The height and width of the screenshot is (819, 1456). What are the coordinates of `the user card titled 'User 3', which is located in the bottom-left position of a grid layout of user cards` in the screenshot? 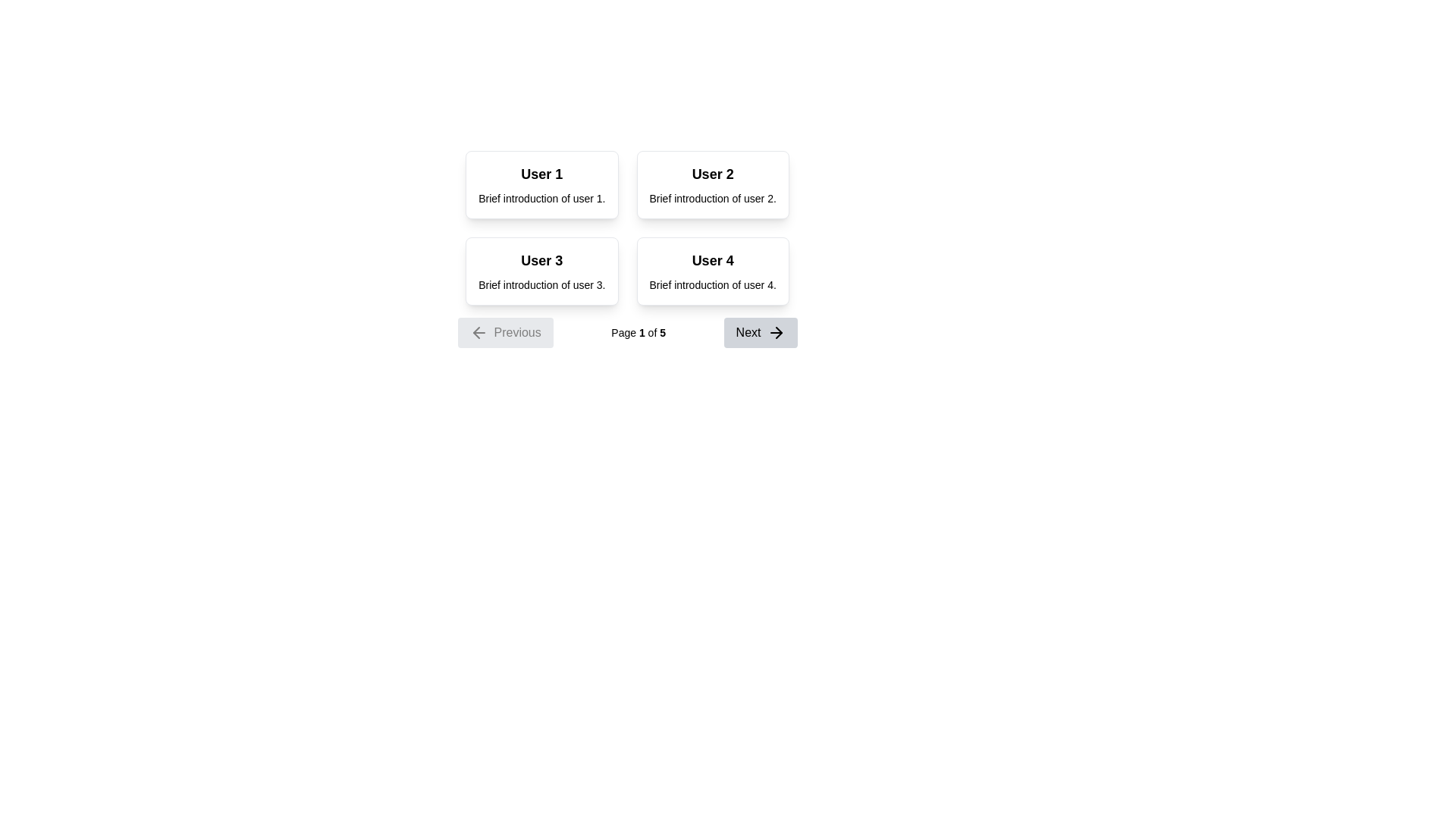 It's located at (541, 259).